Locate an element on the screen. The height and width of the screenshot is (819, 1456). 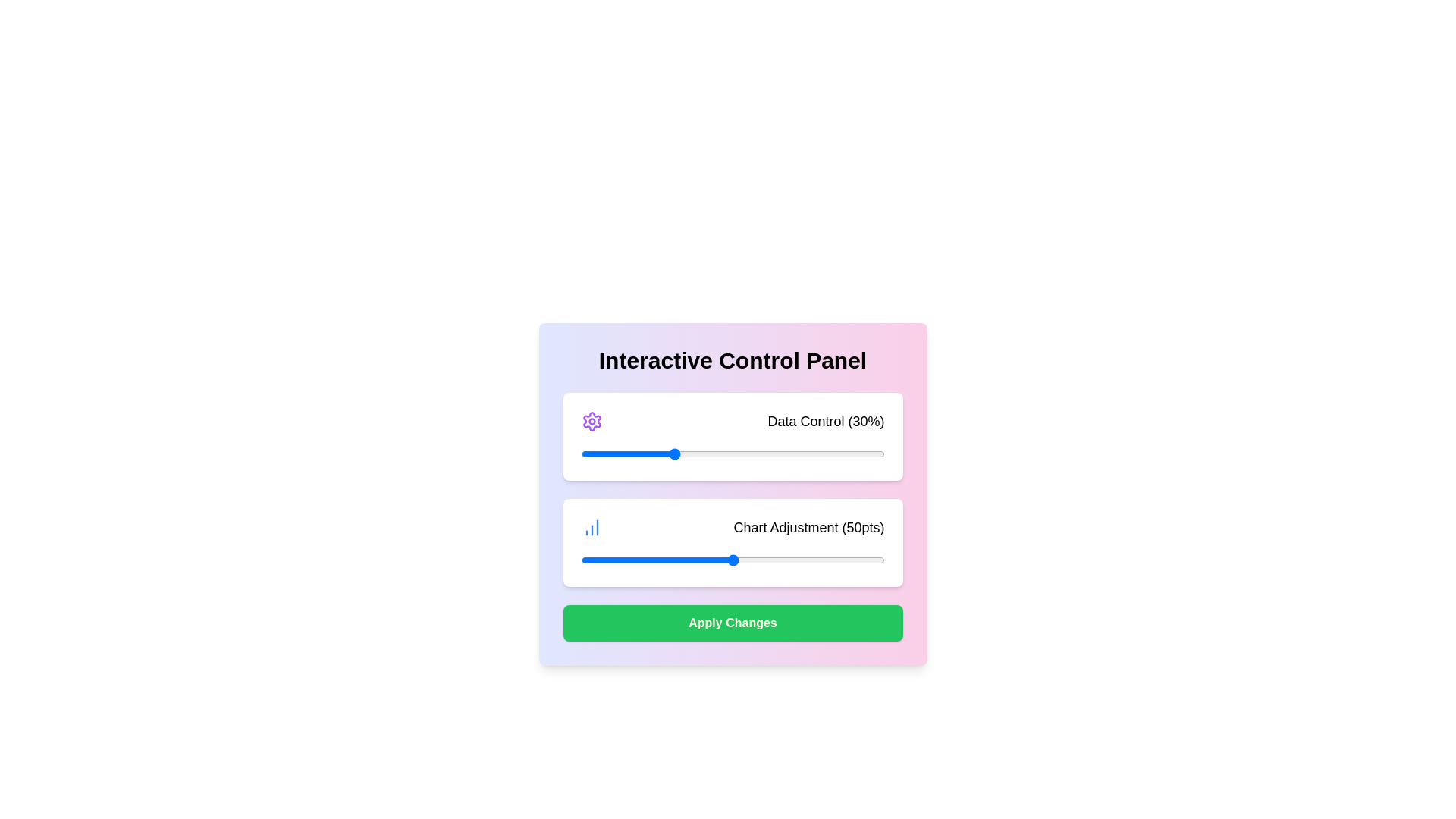
the 'Apply Changes' button to submit the changes is located at coordinates (733, 623).